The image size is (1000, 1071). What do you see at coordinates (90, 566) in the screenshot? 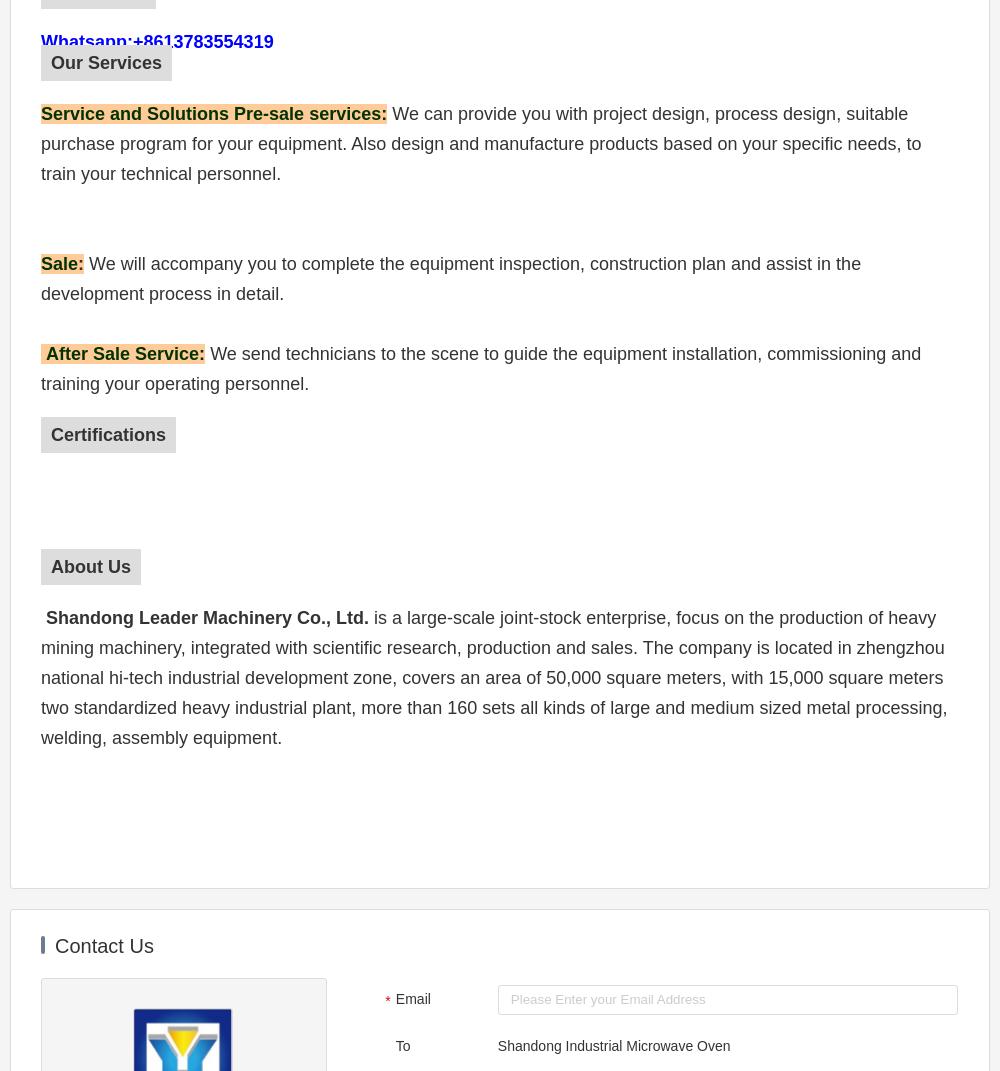
I see `'About Us'` at bounding box center [90, 566].